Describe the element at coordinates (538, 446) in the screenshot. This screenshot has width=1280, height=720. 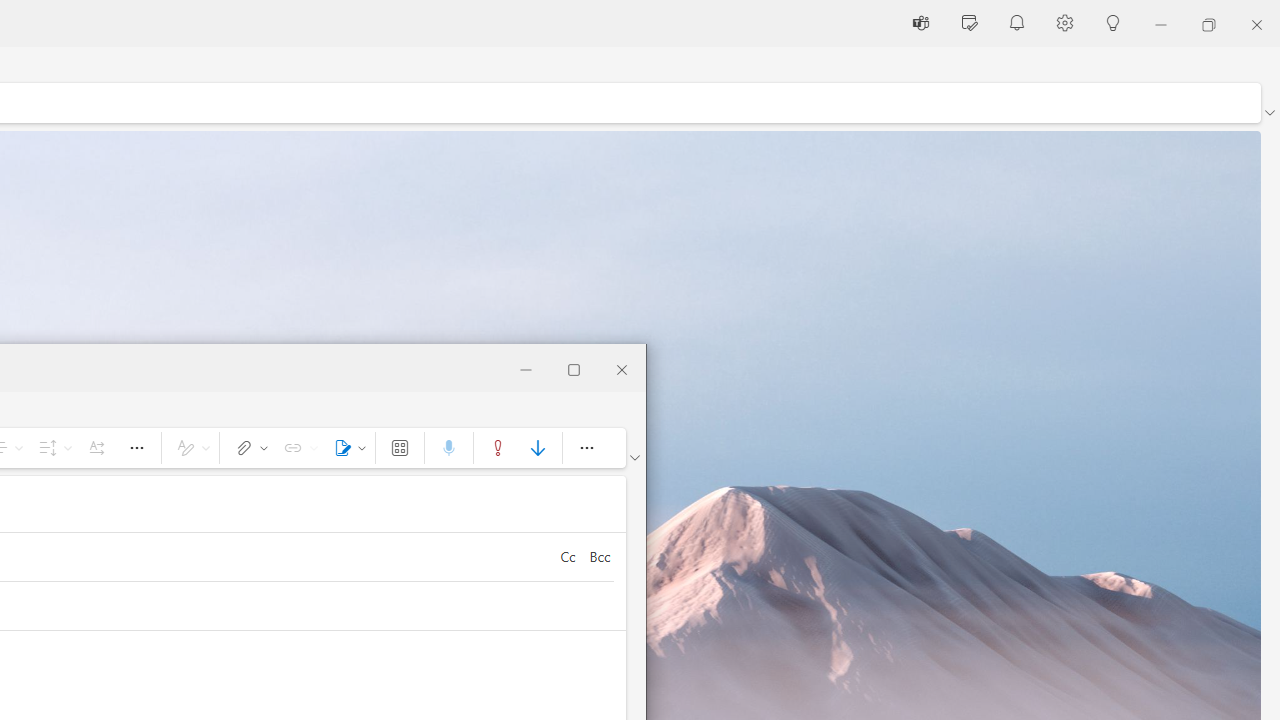
I see `'Low importance'` at that location.